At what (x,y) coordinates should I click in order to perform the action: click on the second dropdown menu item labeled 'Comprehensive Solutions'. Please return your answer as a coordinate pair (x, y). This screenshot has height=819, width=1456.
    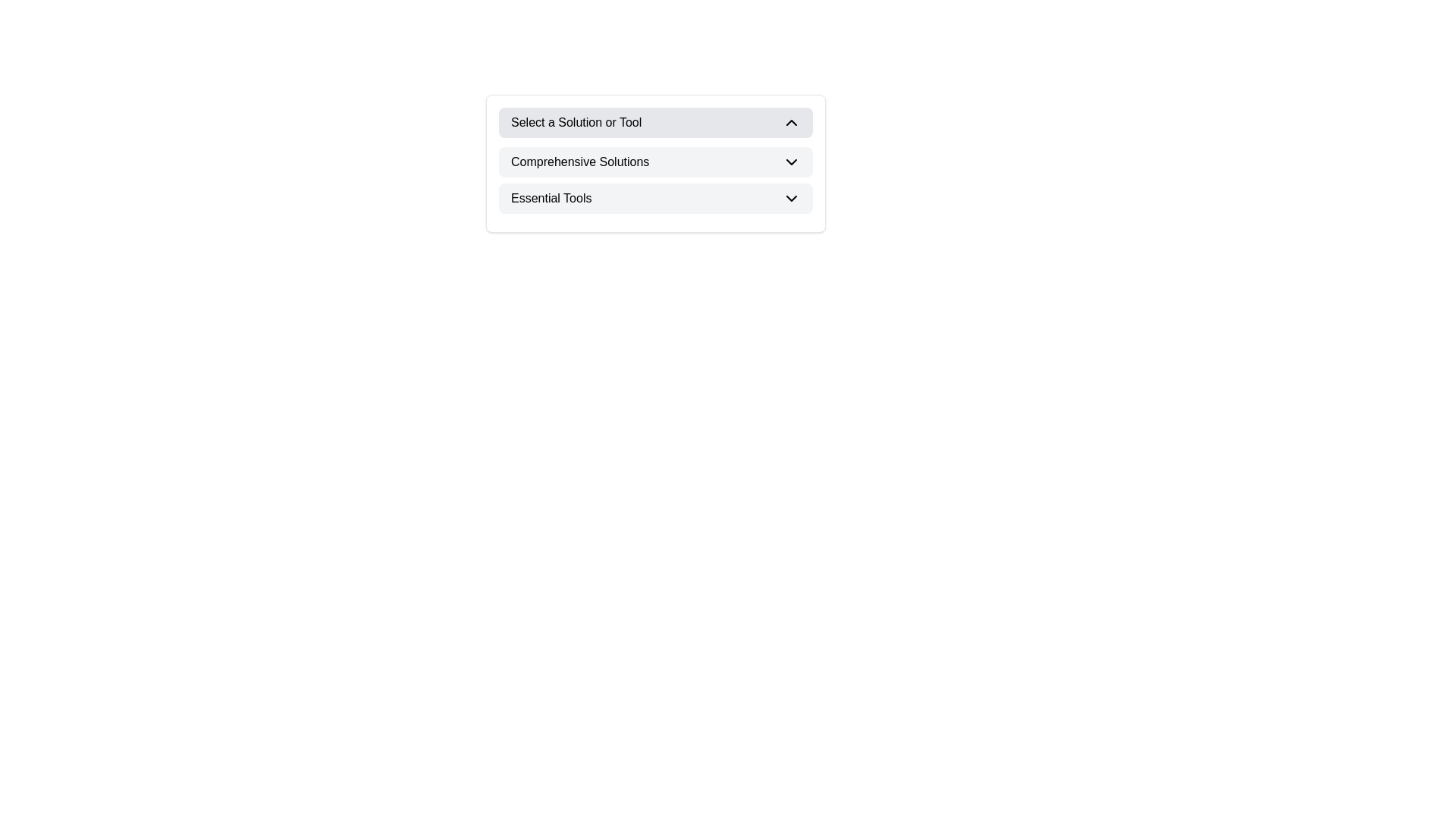
    Looking at the image, I should click on (655, 162).